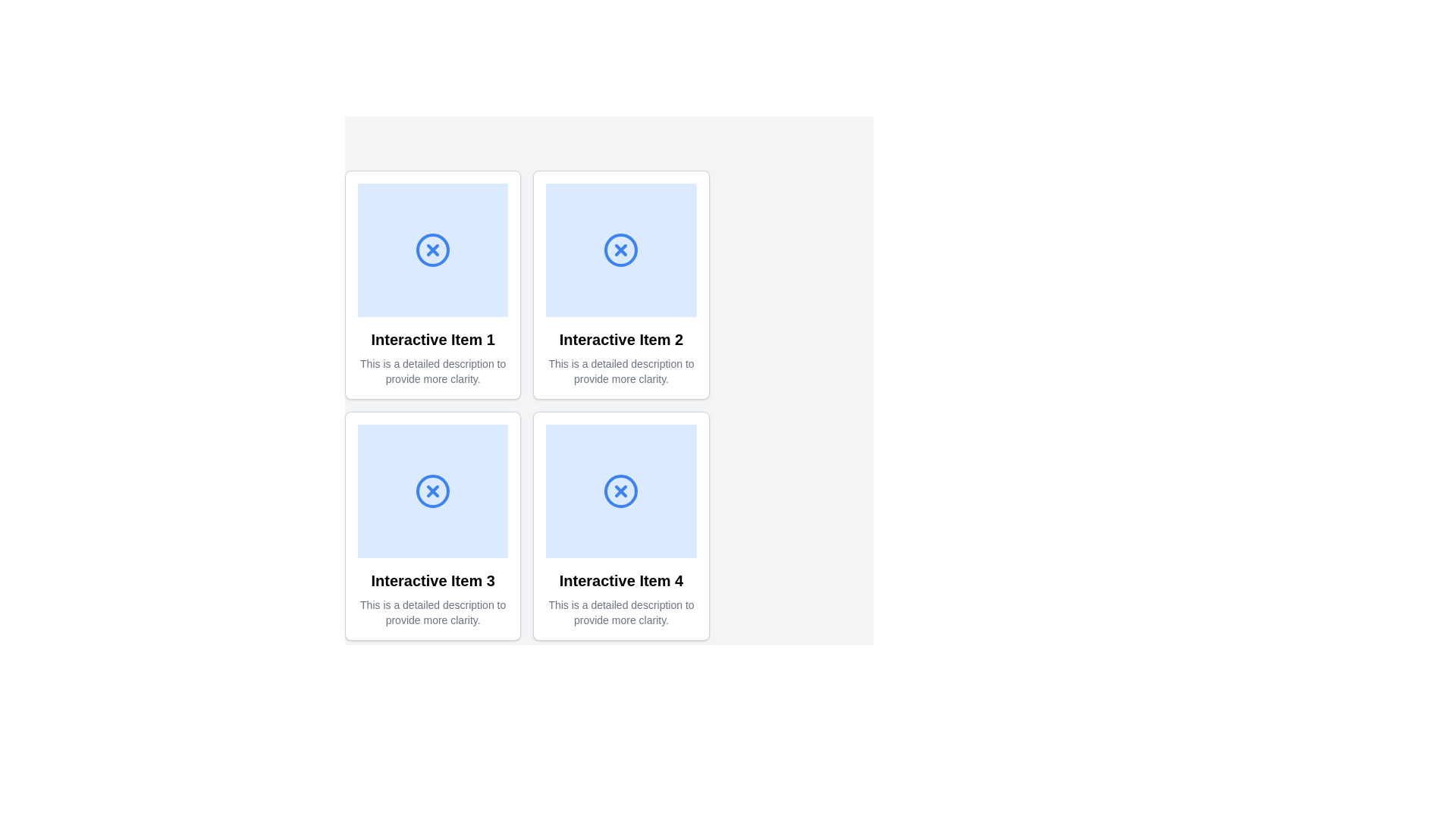 The image size is (1456, 819). I want to click on the cross-shaped icon within the circular outline, located in the top-right card labeled 'Interactive Item 2', so click(621, 249).